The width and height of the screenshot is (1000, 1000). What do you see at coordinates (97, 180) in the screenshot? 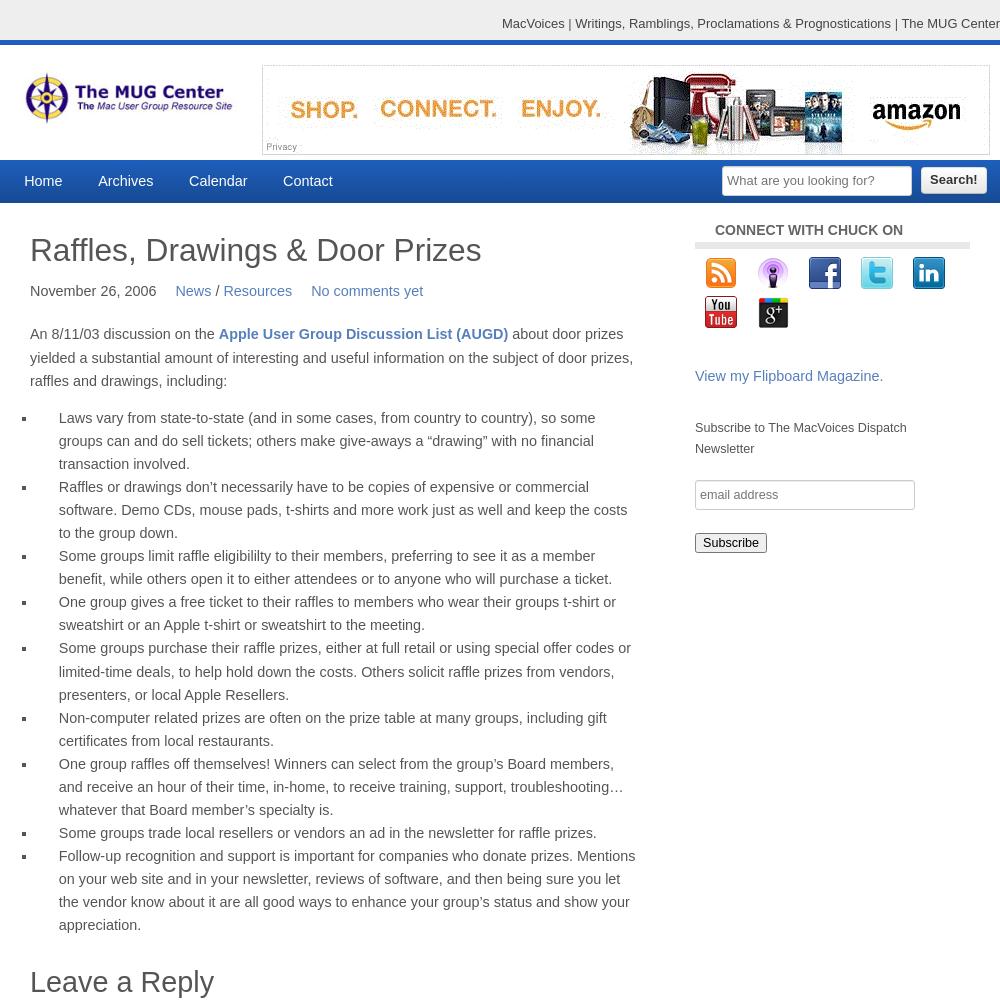
I see `'Archives'` at bounding box center [97, 180].